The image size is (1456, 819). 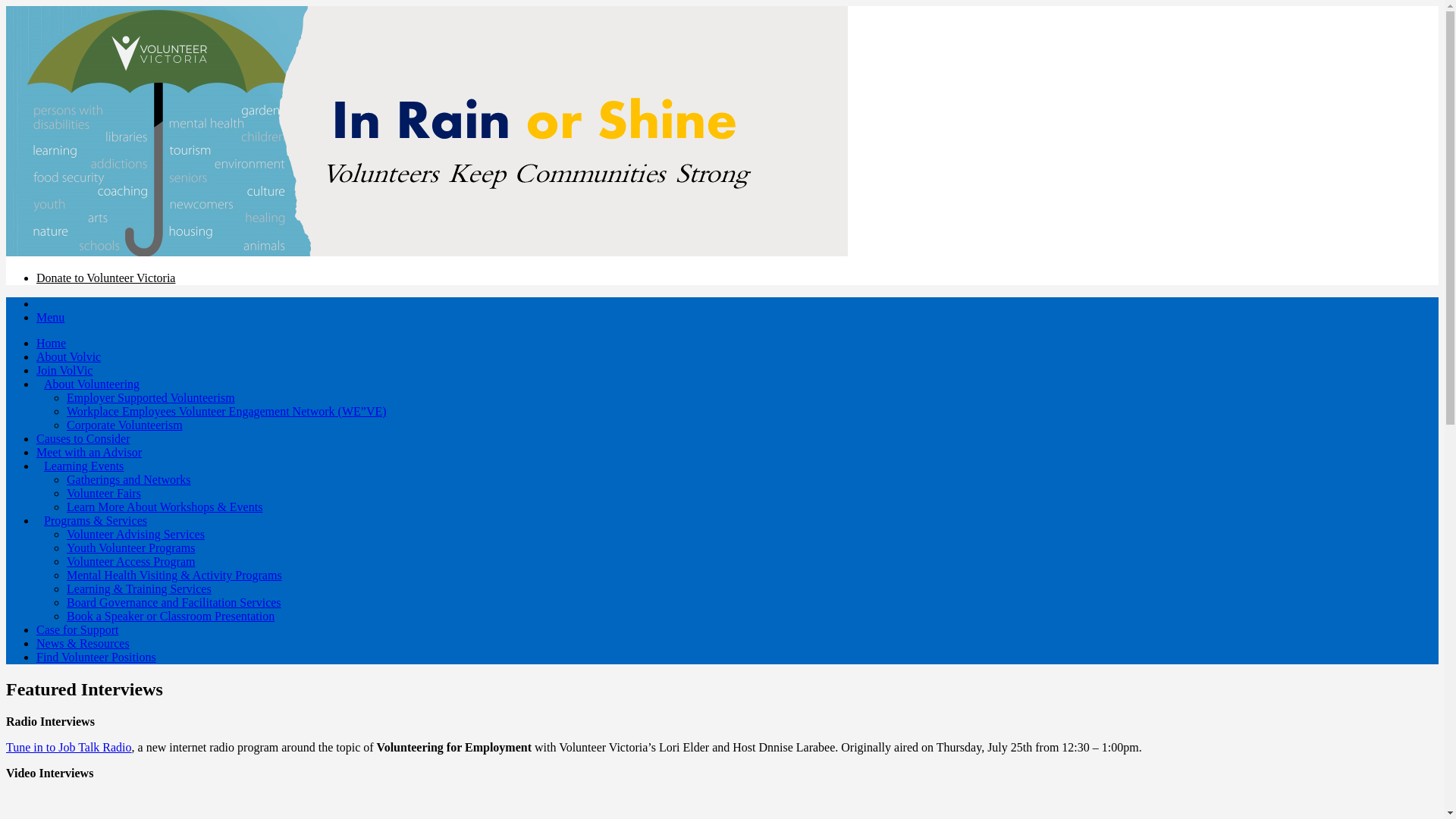 What do you see at coordinates (139, 588) in the screenshot?
I see `'Learning & Training Services'` at bounding box center [139, 588].